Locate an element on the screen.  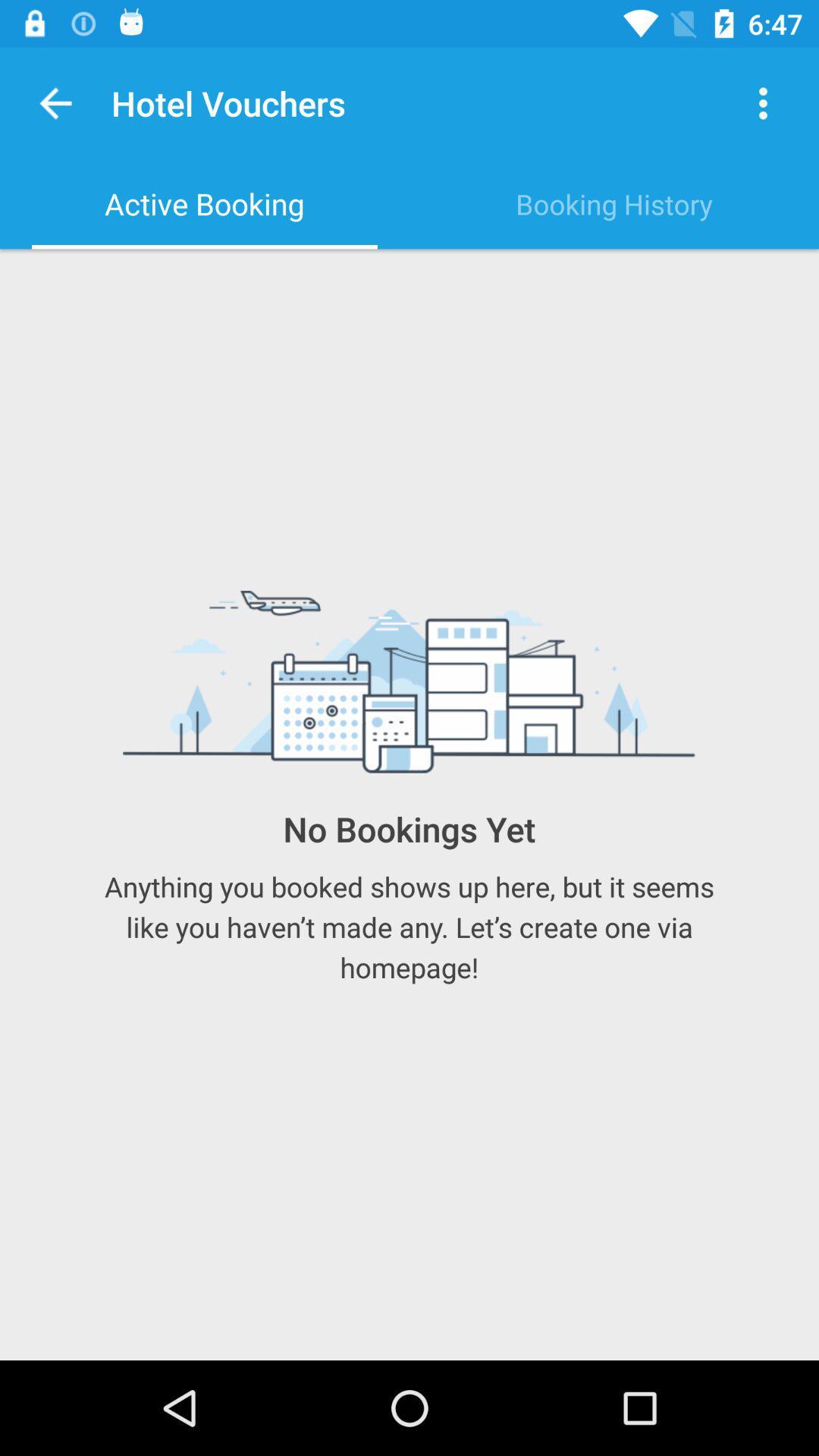
the icon above the booking history item is located at coordinates (763, 102).